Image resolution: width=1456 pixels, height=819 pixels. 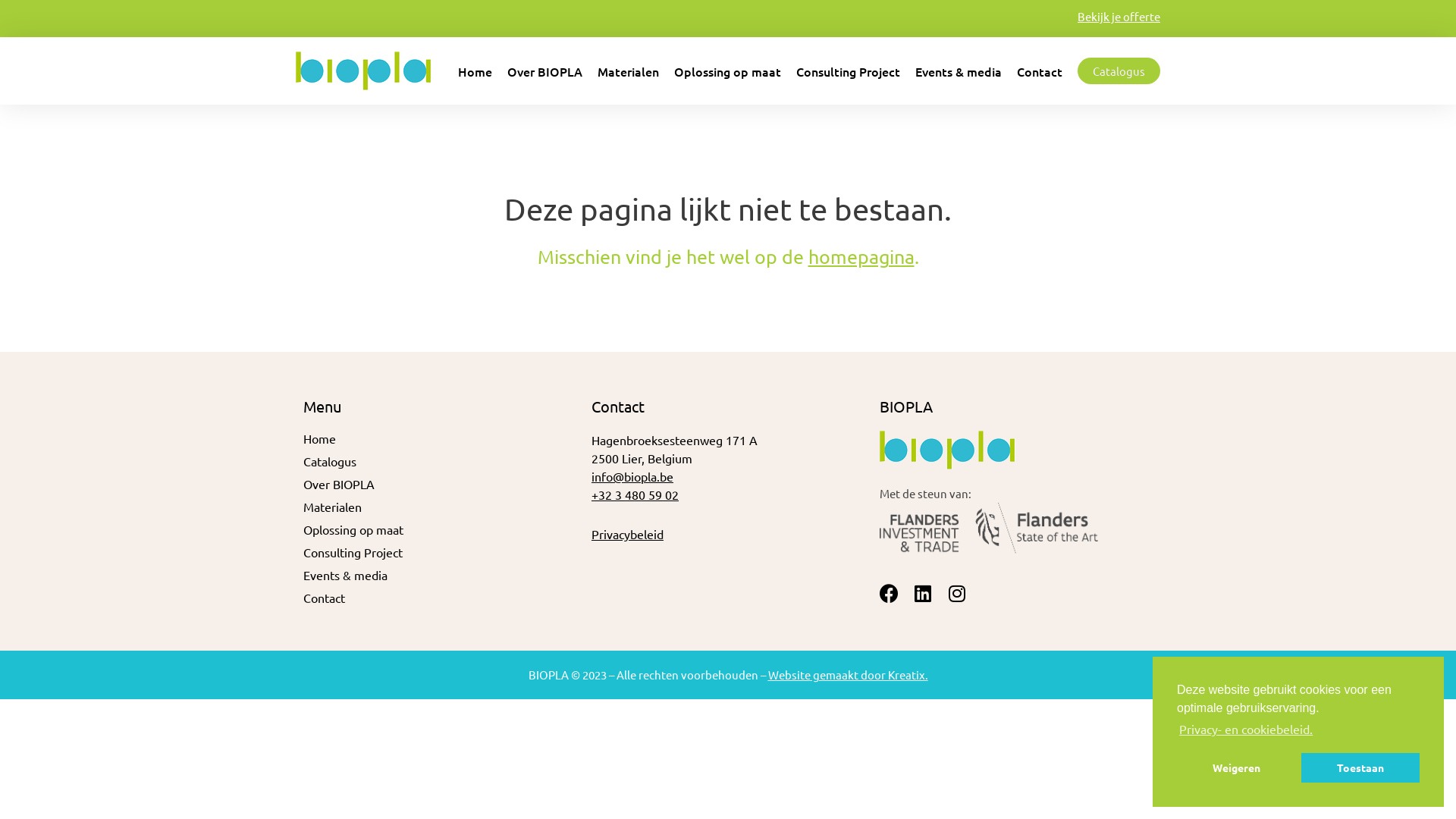 What do you see at coordinates (590, 475) in the screenshot?
I see `'info@biopla.be'` at bounding box center [590, 475].